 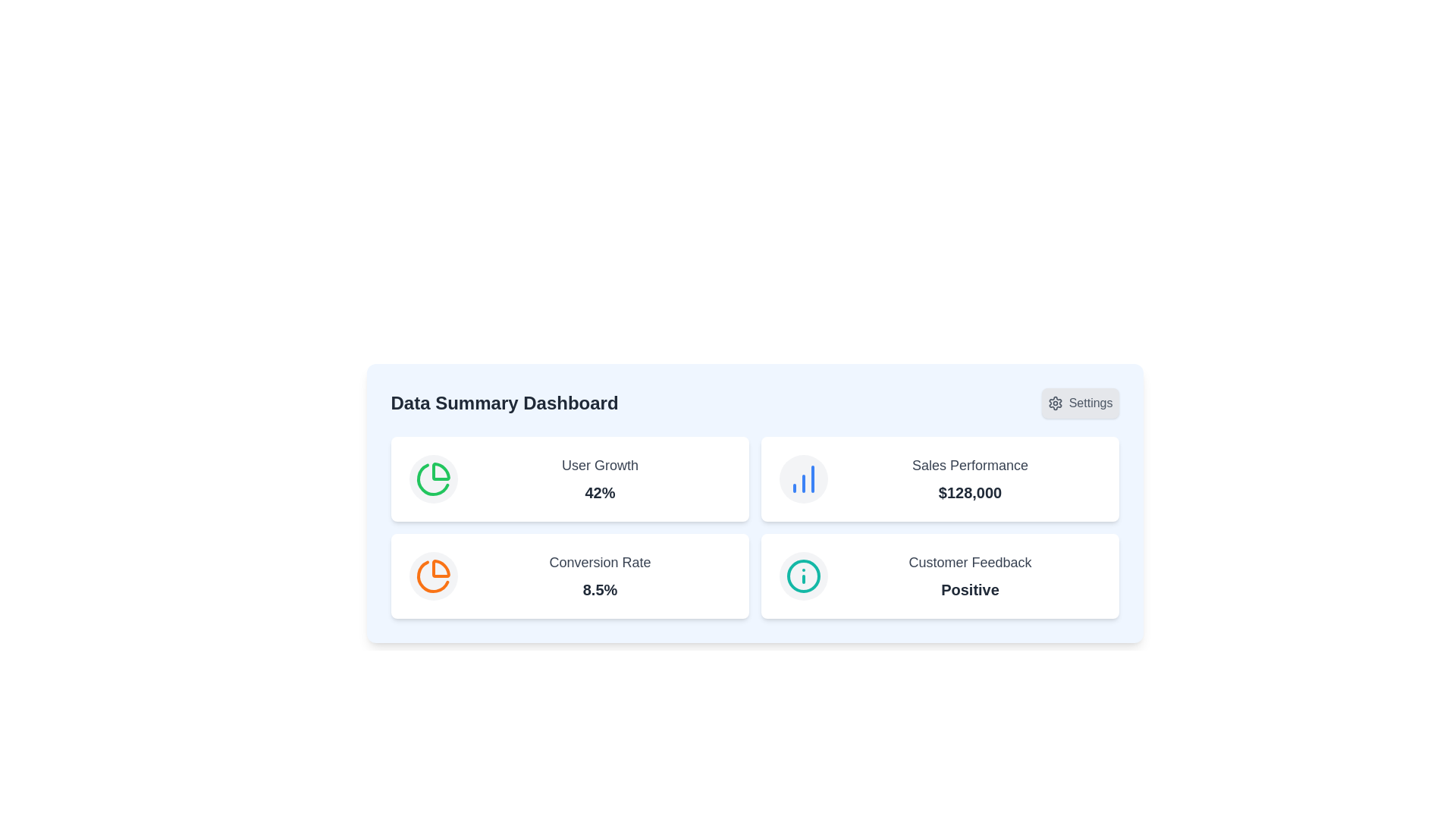 I want to click on 'Conversion Rate' text label, which is styled with a medium-sized font in gray, located above the '8.5%' text within the dashboard interface, so click(x=599, y=562).